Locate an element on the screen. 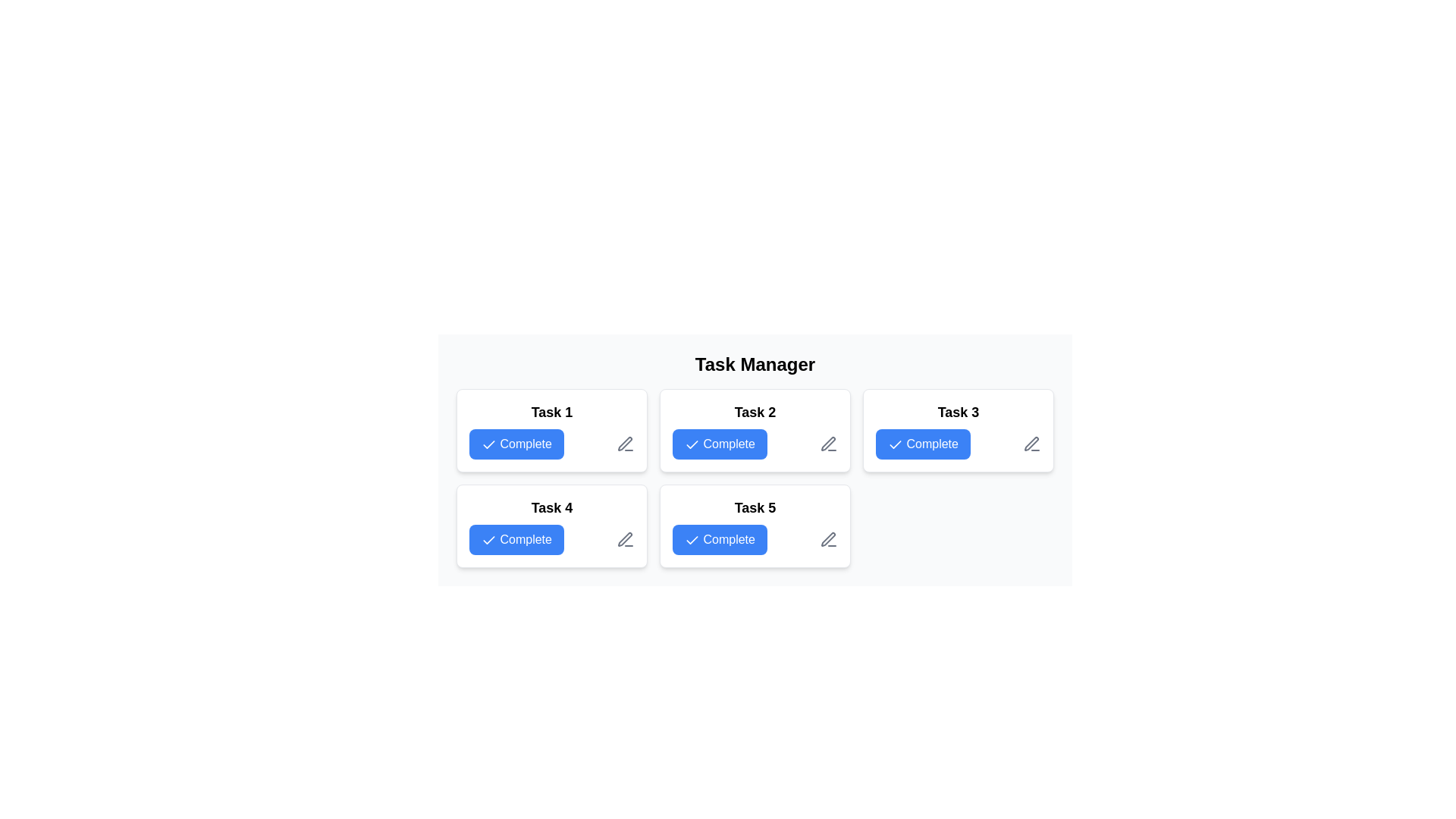 Image resolution: width=1456 pixels, height=819 pixels. the 'Complete' button with rounded corners and blue background located in the upper-left corner of the Task Manager interface within the 'Task 1' card is located at coordinates (516, 444).